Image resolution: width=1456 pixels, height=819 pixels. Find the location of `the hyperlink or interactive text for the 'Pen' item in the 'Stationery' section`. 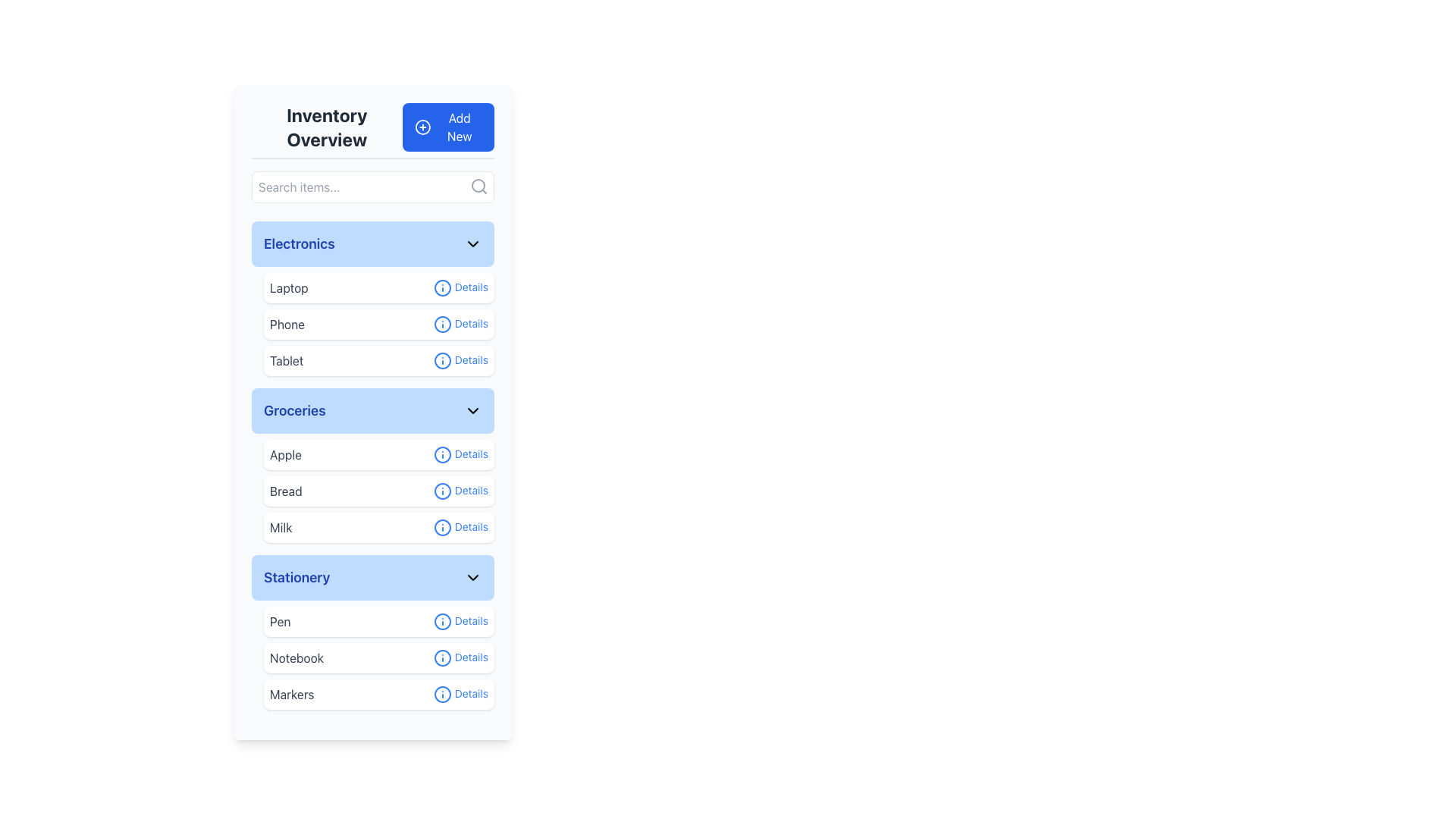

the hyperlink or interactive text for the 'Pen' item in the 'Stationery' section is located at coordinates (460, 622).